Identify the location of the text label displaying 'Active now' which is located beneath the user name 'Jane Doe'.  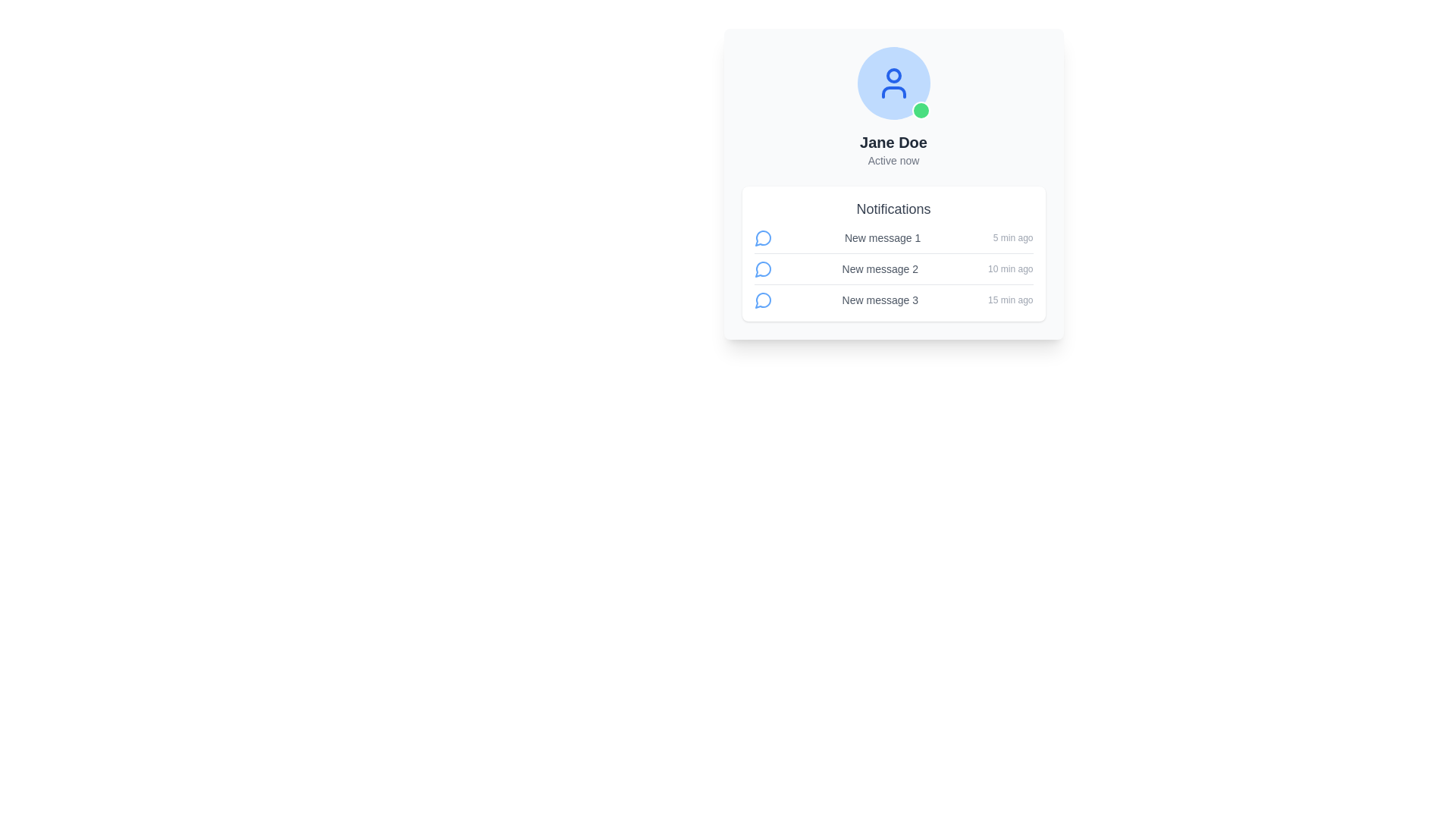
(893, 161).